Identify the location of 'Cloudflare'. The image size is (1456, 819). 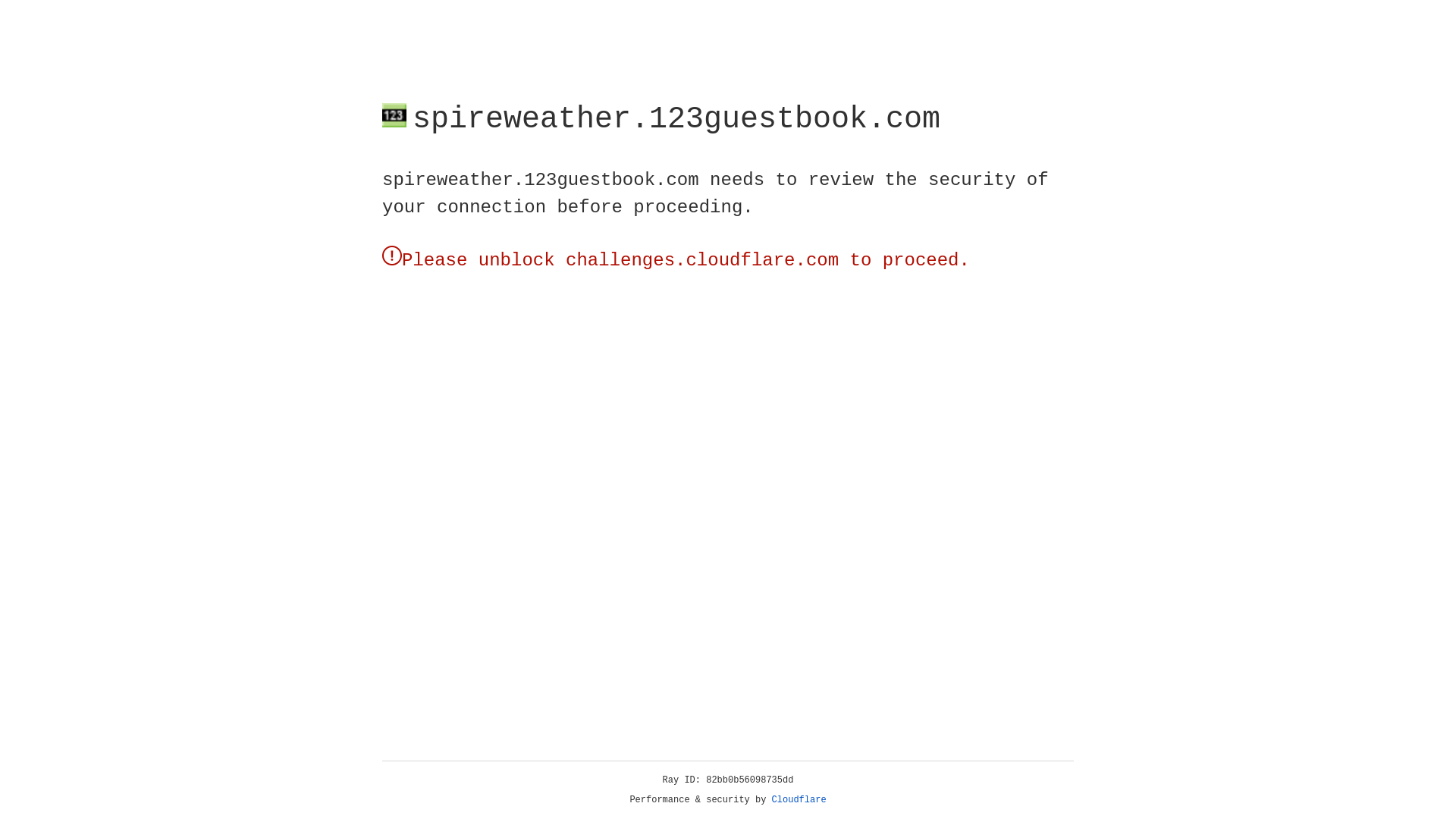
(799, 799).